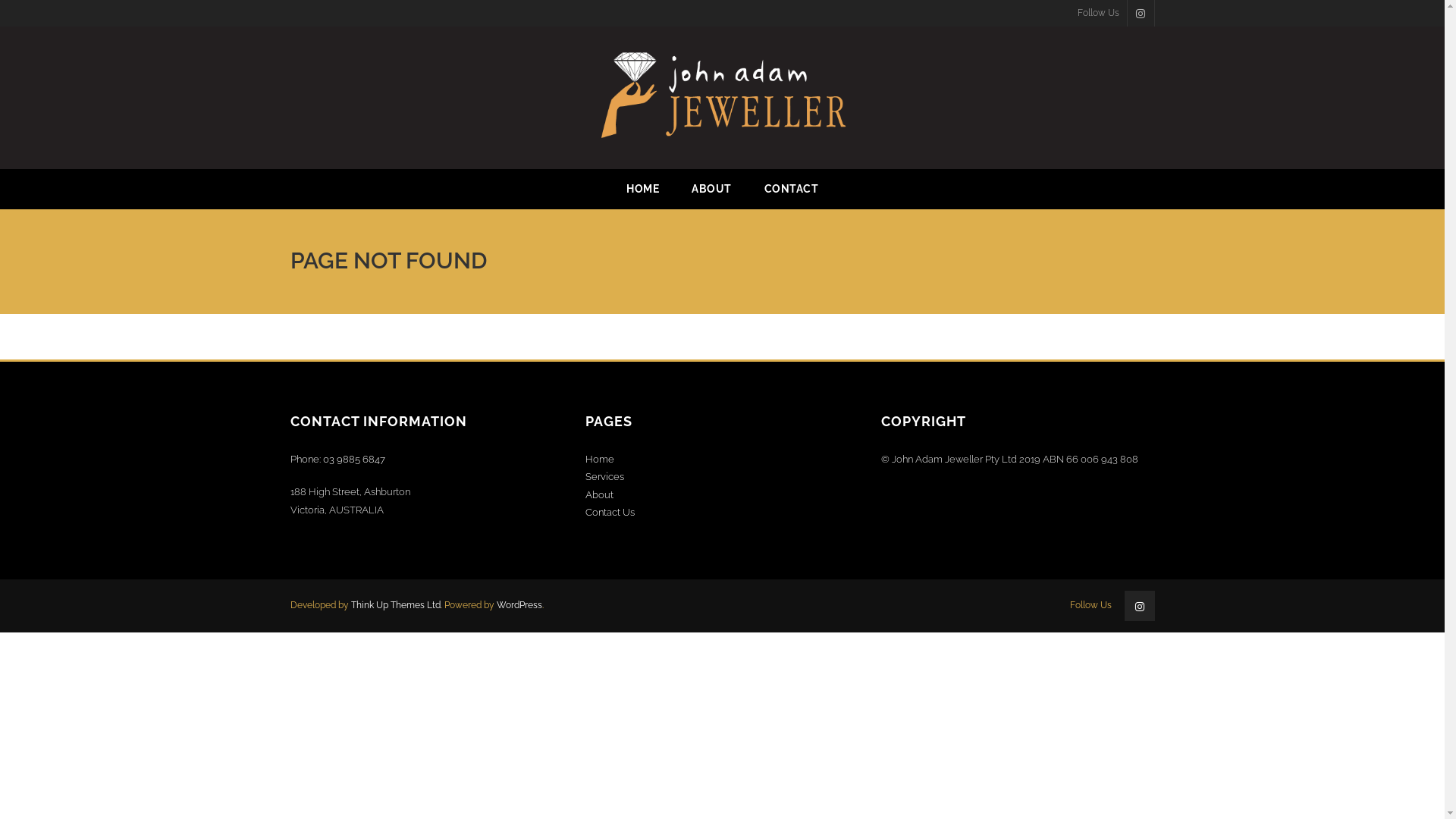  What do you see at coordinates (598, 494) in the screenshot?
I see `'About'` at bounding box center [598, 494].